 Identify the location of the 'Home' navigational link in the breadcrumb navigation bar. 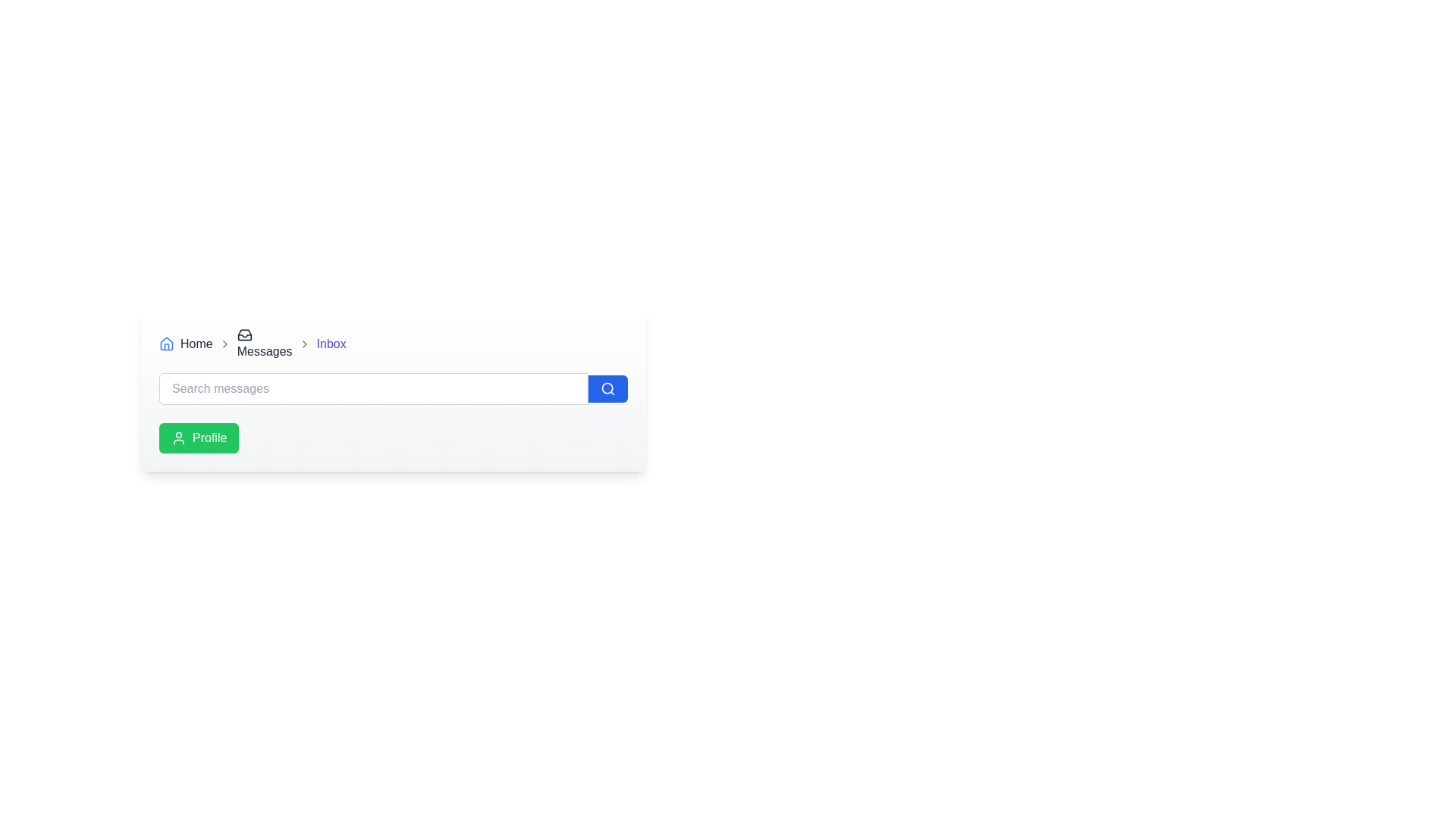
(185, 344).